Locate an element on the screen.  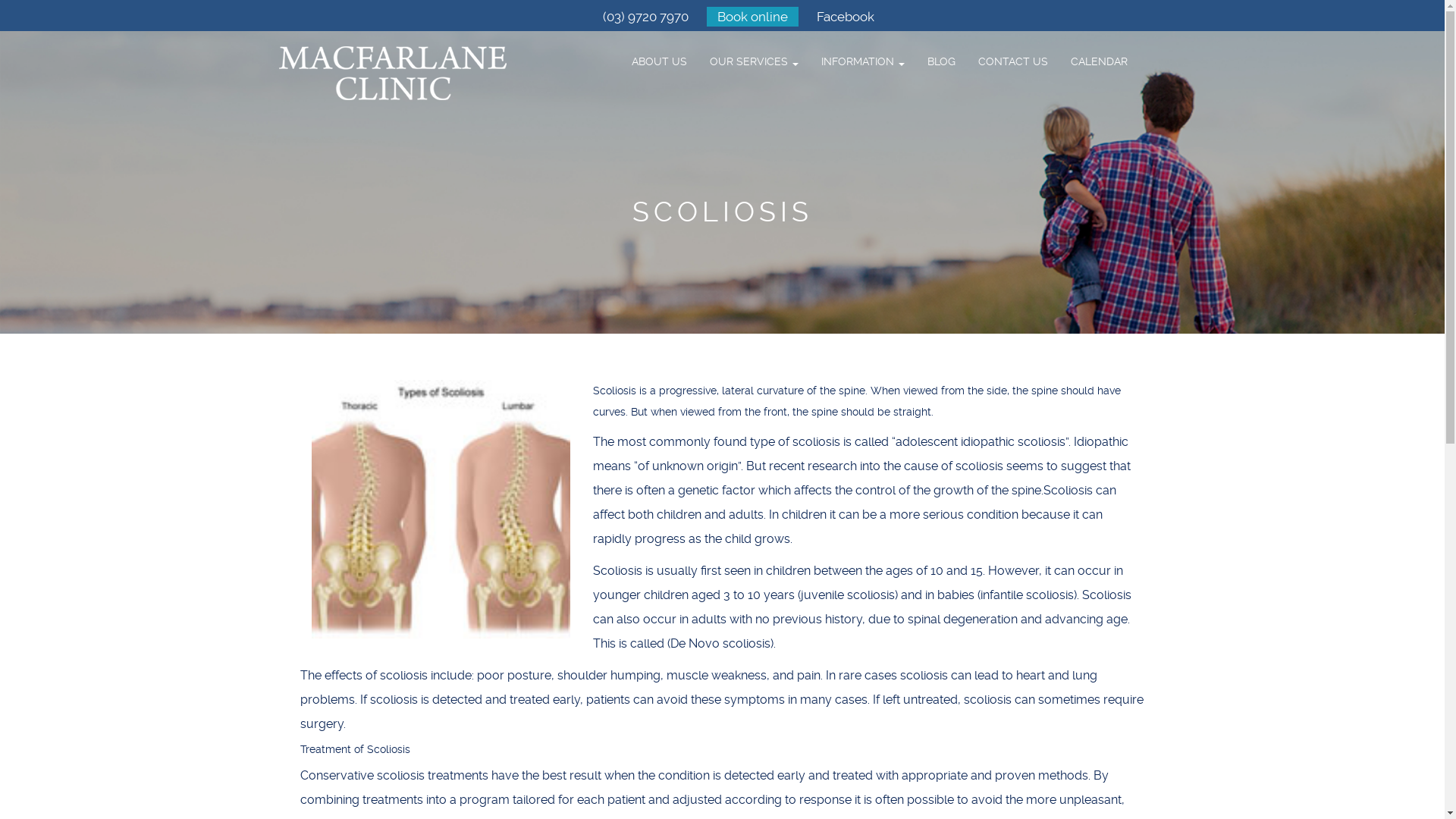
'CONTACT US' is located at coordinates (1012, 61).